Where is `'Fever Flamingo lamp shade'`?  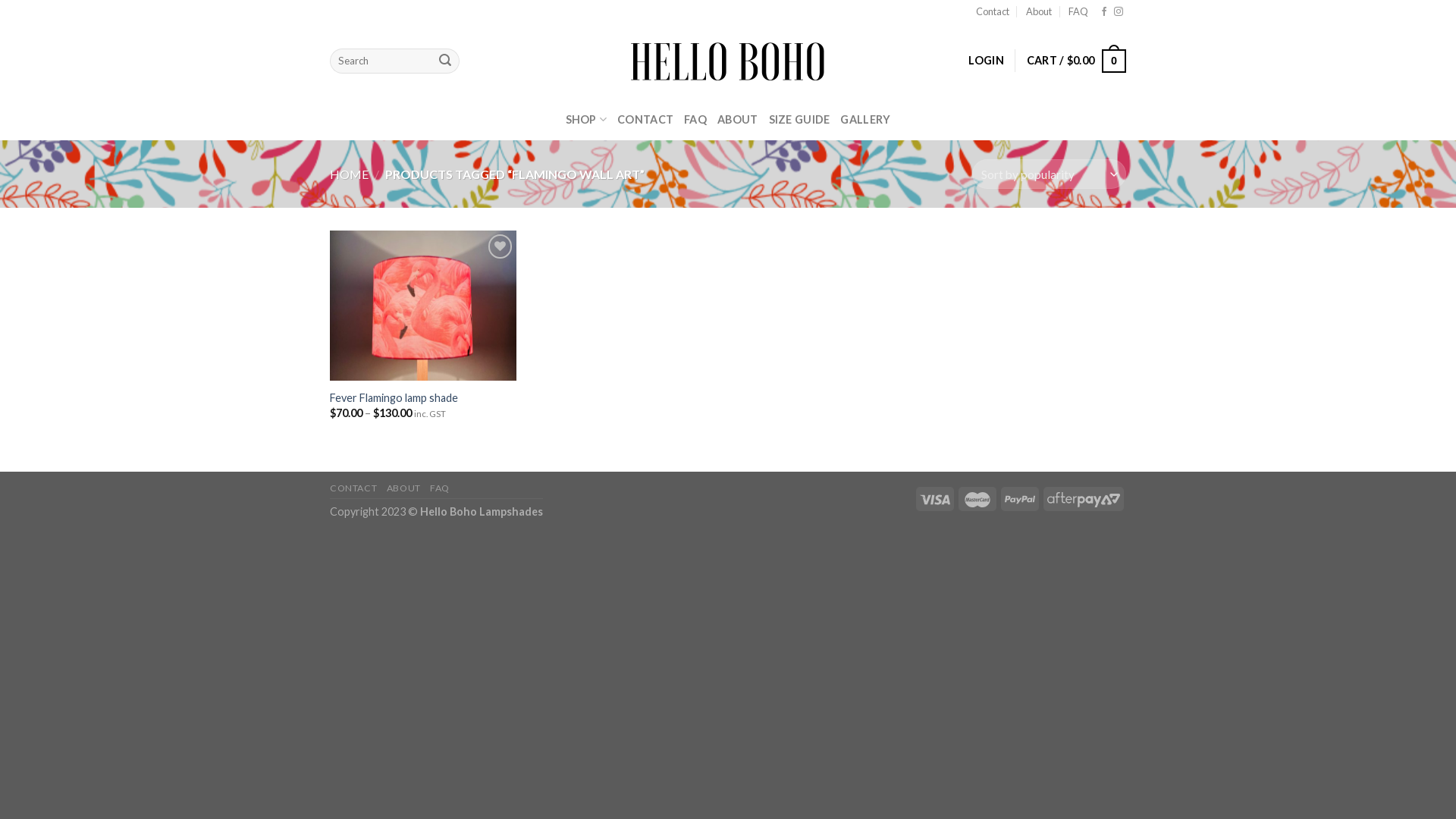
'Fever Flamingo lamp shade' is located at coordinates (394, 397).